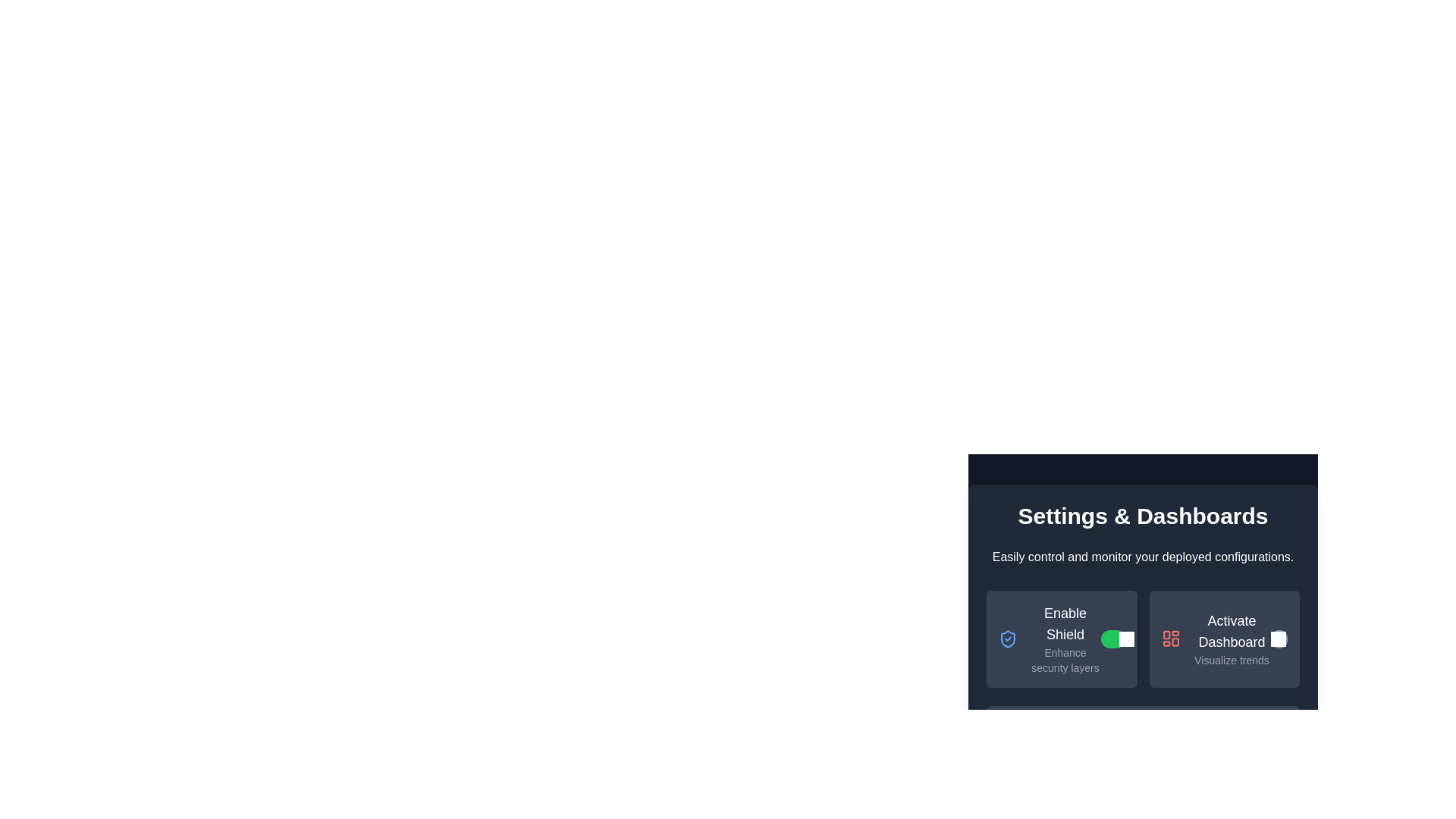 Image resolution: width=1456 pixels, height=819 pixels. I want to click on the green toggle switch located to the right of 'Enable Shield', so click(1112, 639).